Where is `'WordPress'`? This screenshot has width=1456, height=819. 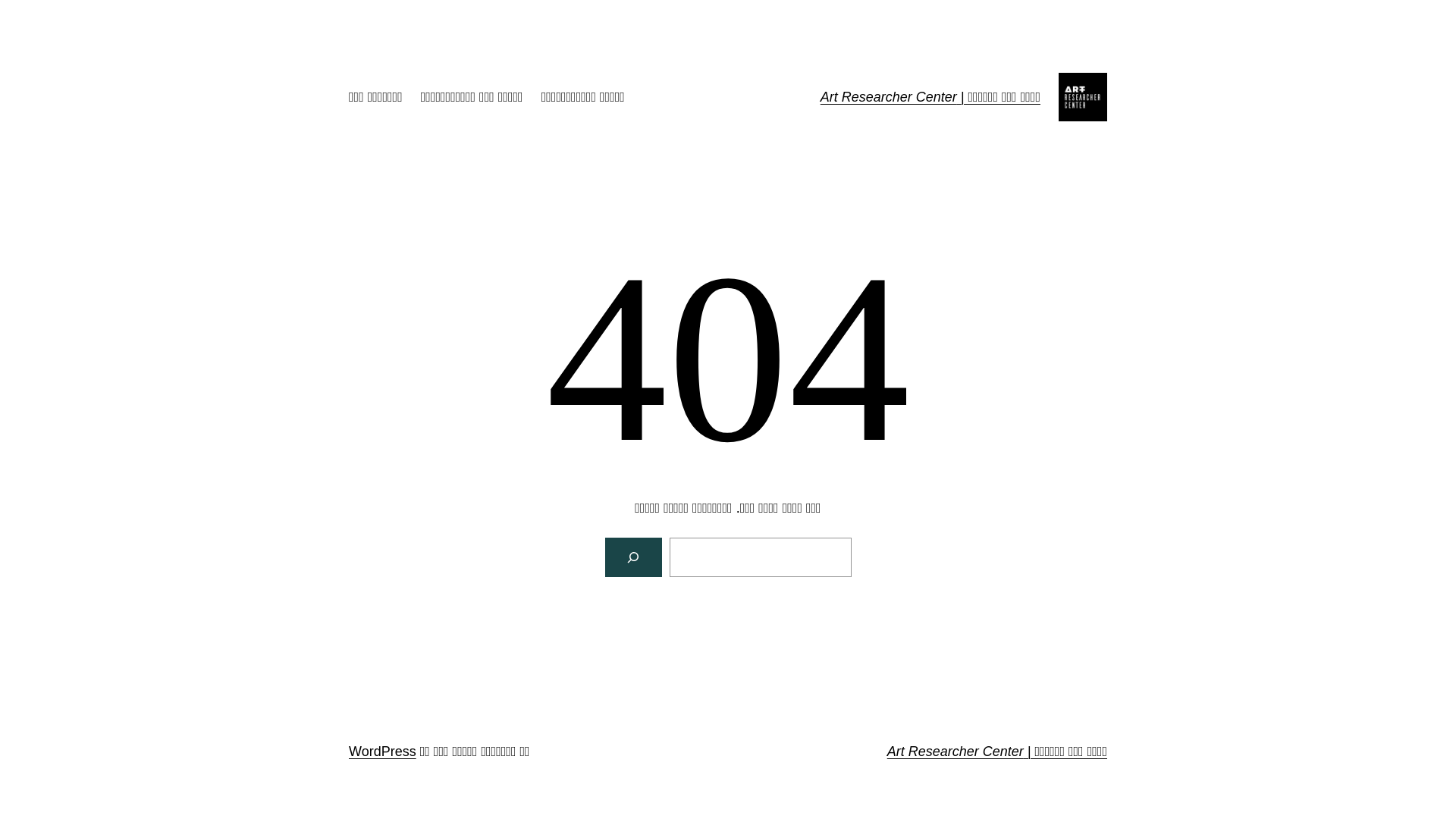
'WordPress' is located at coordinates (382, 752).